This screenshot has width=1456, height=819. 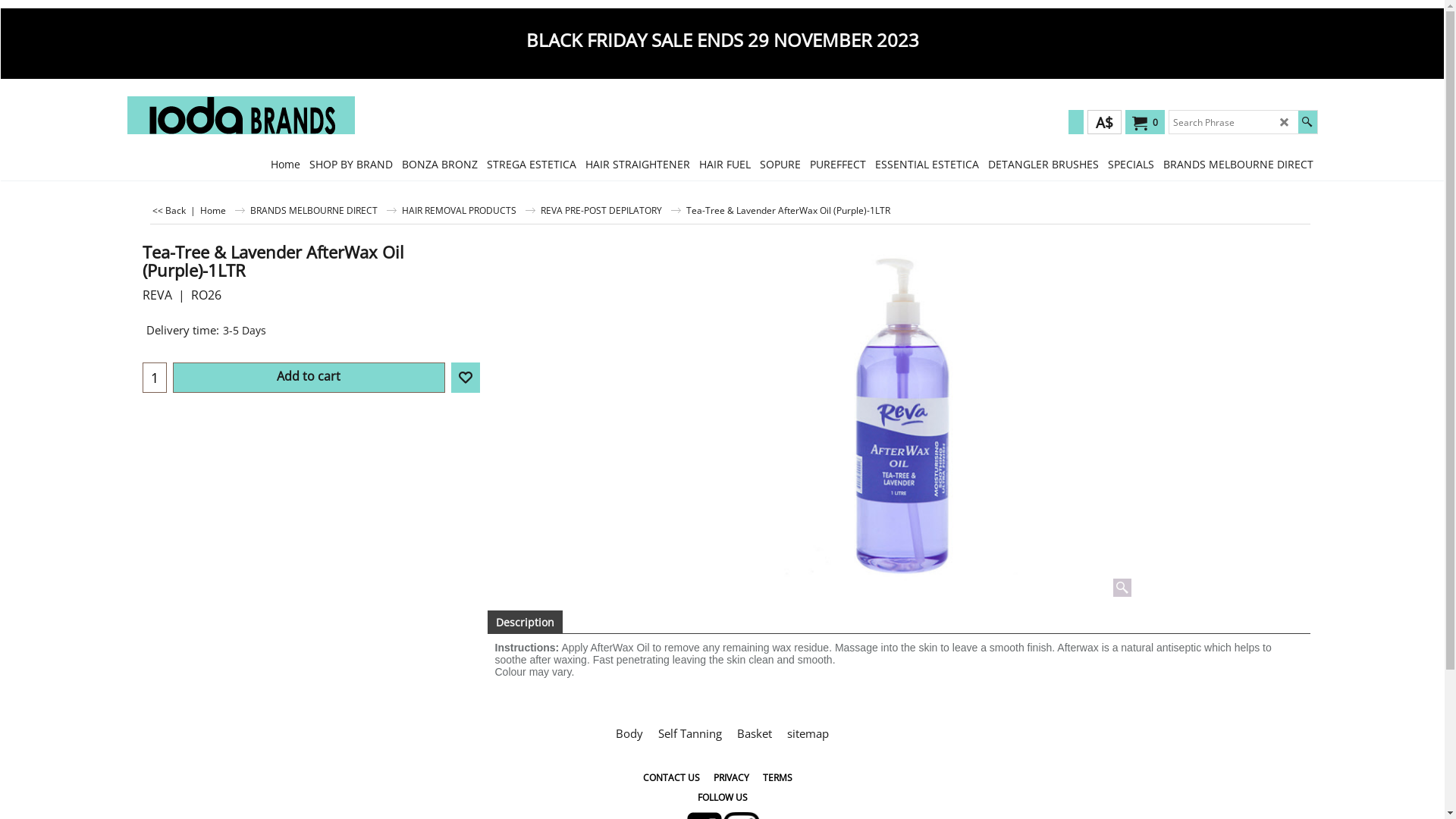 I want to click on 'Description', so click(x=525, y=622).